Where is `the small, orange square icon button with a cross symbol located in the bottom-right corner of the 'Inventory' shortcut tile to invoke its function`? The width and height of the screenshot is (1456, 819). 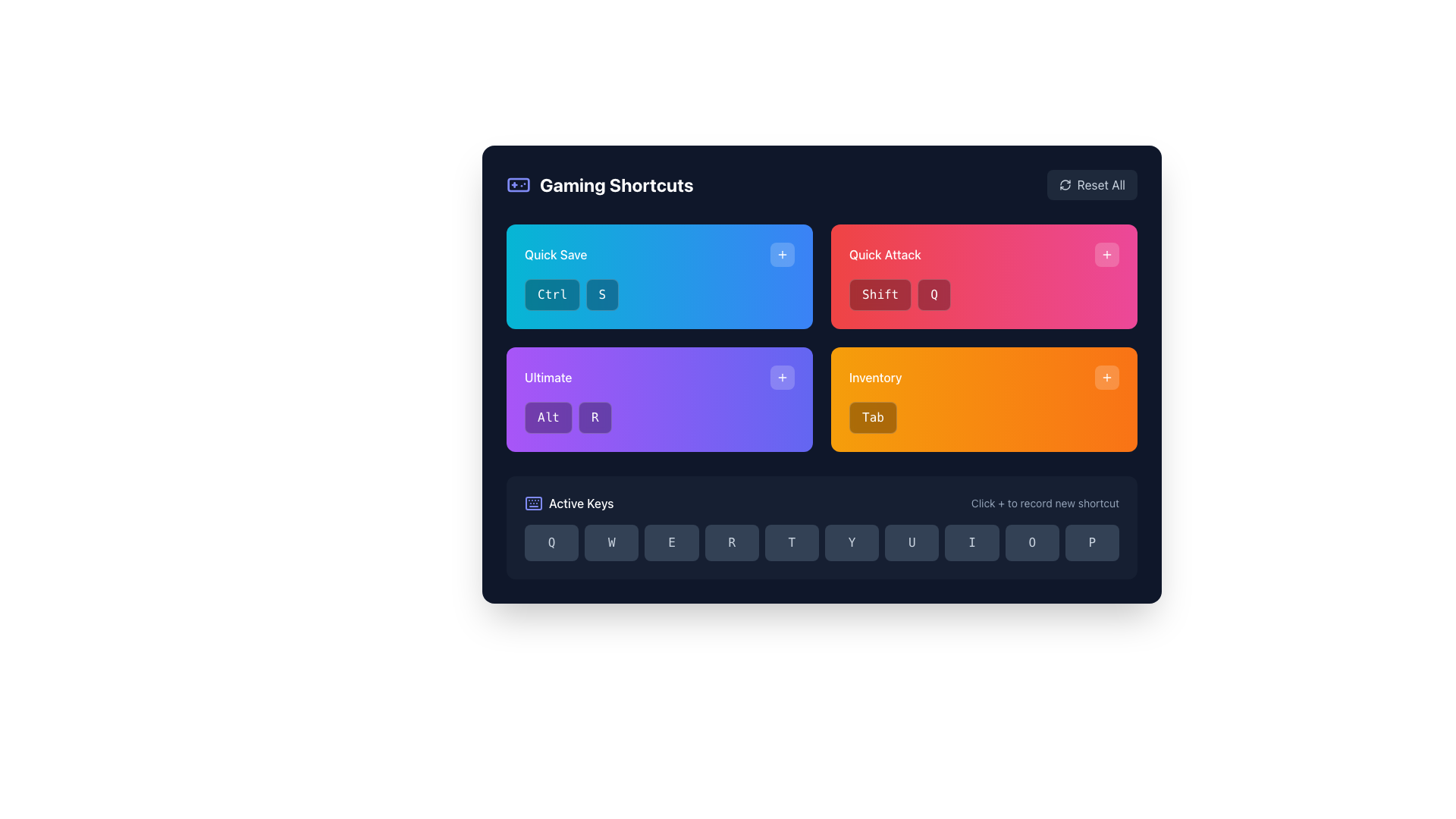 the small, orange square icon button with a cross symbol located in the bottom-right corner of the 'Inventory' shortcut tile to invoke its function is located at coordinates (1106, 376).